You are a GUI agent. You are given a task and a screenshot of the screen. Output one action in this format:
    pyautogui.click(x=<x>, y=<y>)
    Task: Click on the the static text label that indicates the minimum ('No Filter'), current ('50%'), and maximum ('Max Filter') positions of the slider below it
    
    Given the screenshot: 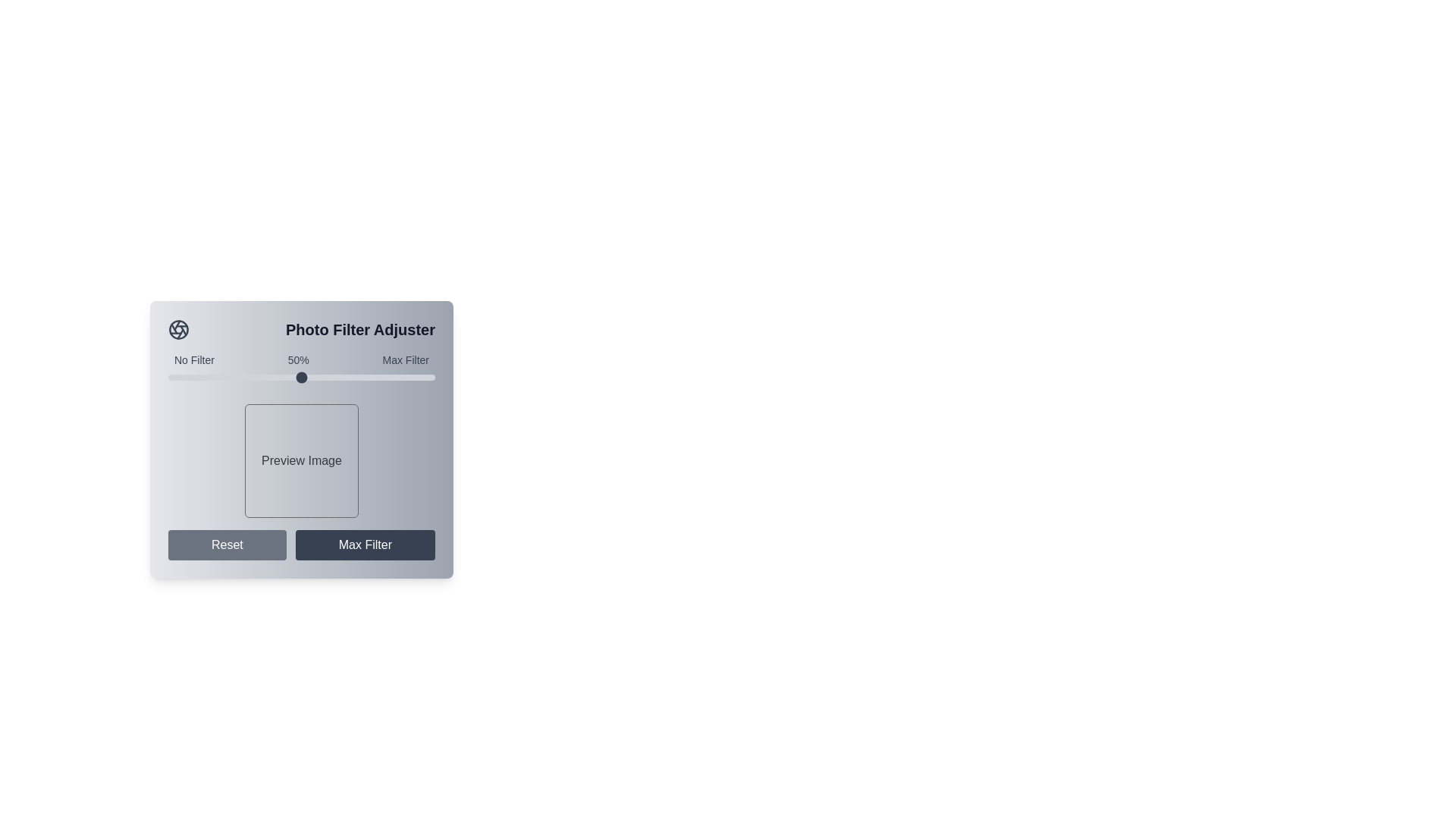 What is the action you would take?
    pyautogui.click(x=302, y=359)
    